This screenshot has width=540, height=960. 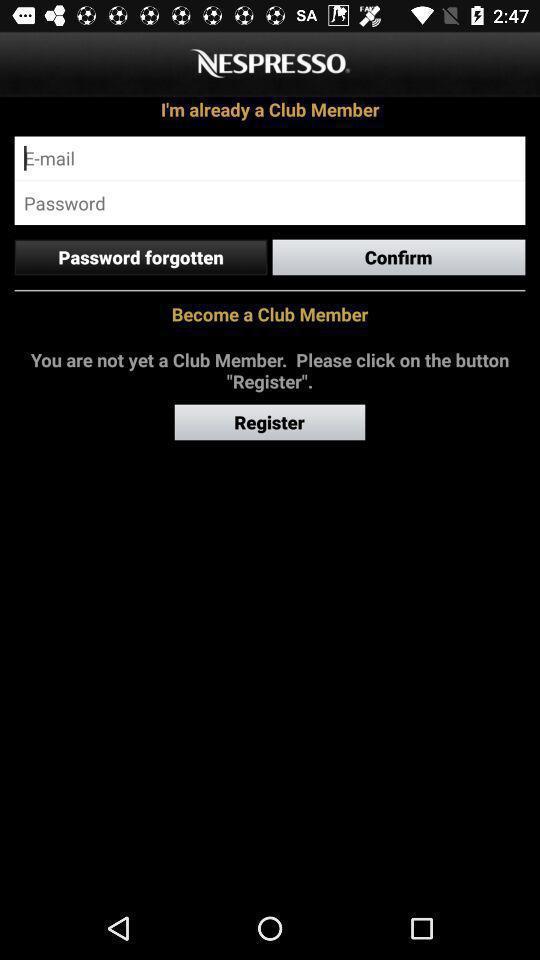 I want to click on password, so click(x=270, y=203).